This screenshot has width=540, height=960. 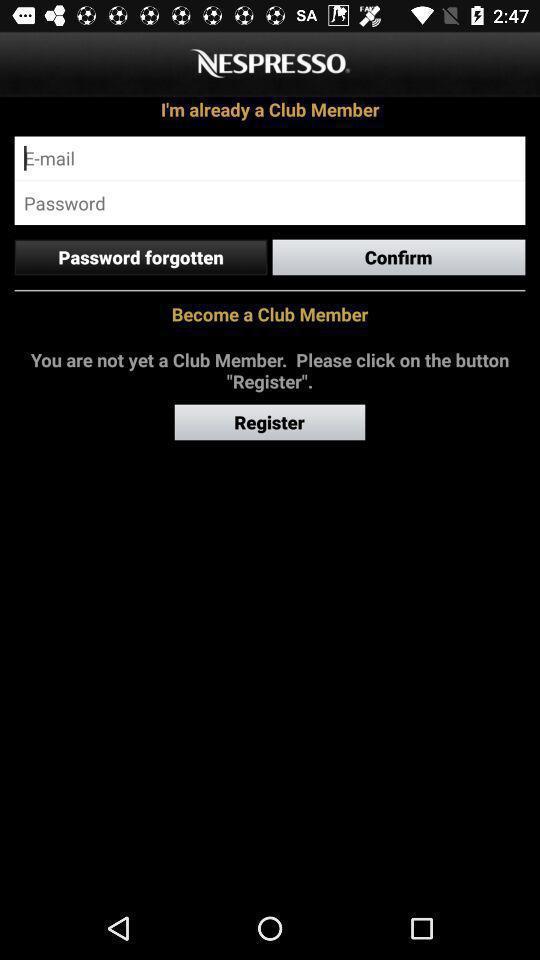 I want to click on password, so click(x=270, y=203).